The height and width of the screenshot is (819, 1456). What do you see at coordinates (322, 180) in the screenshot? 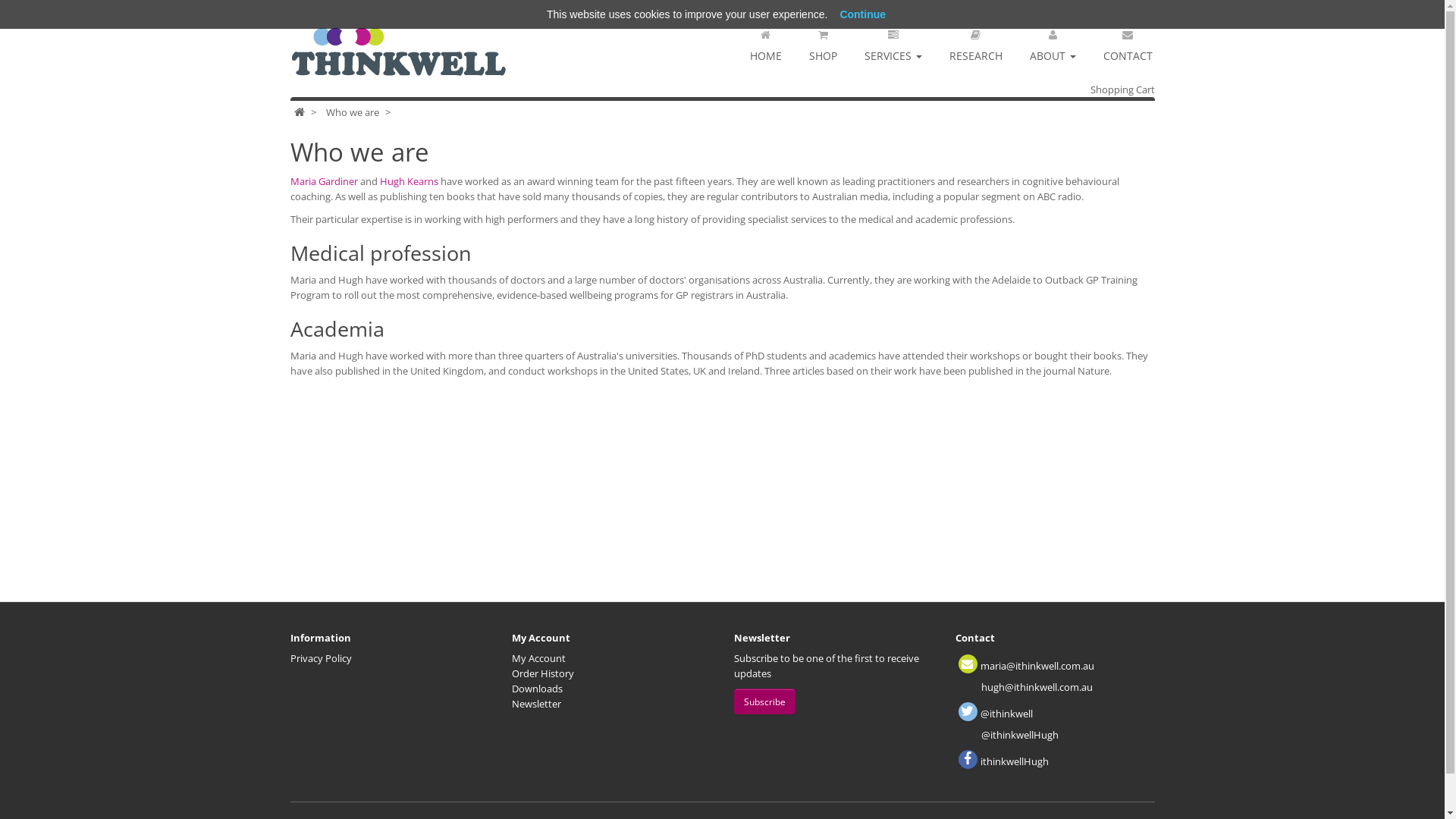
I see `'Maria Gardiner'` at bounding box center [322, 180].